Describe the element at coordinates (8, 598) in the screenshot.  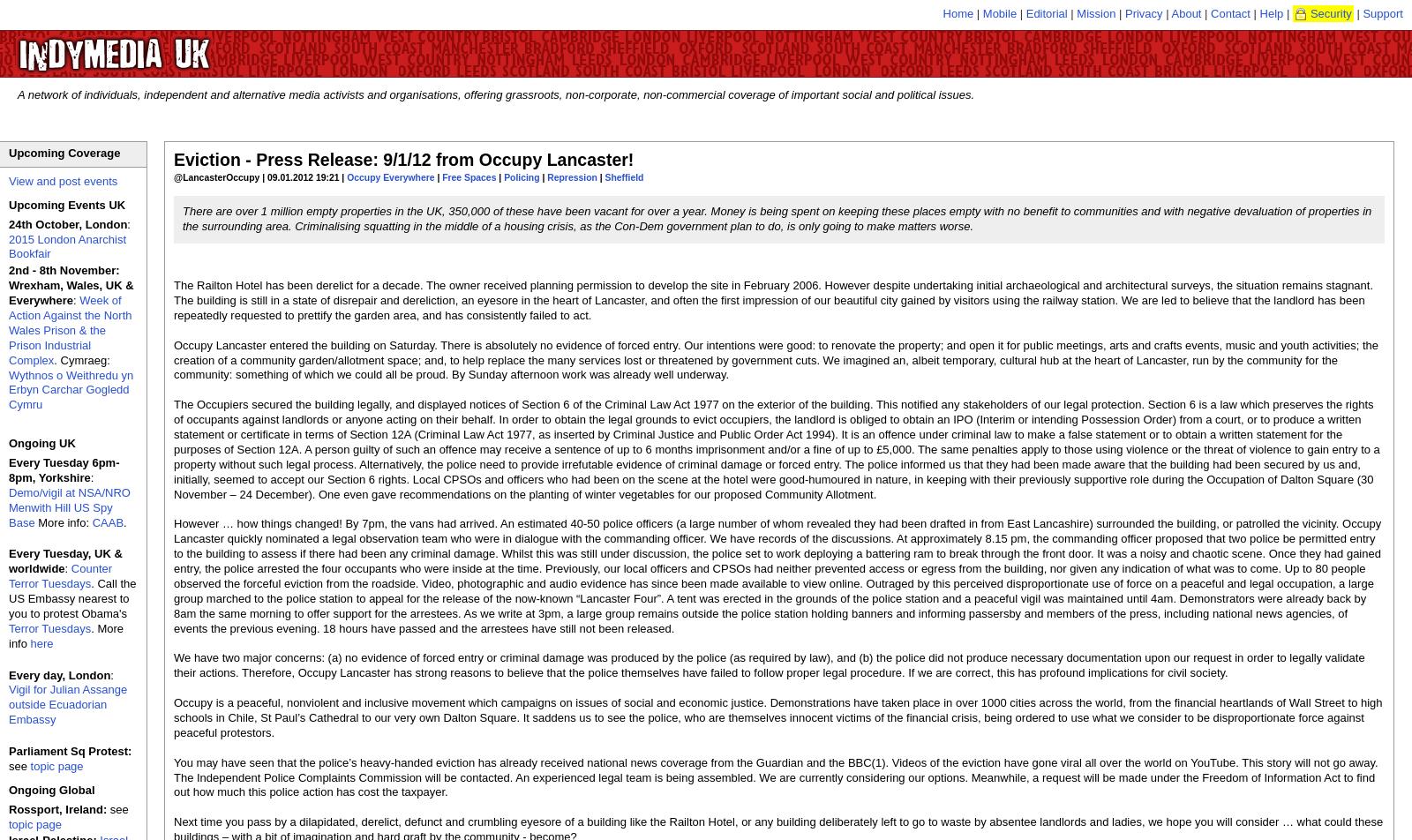
I see `'. Call the US Embassy nearest to you to protest Obama's'` at that location.